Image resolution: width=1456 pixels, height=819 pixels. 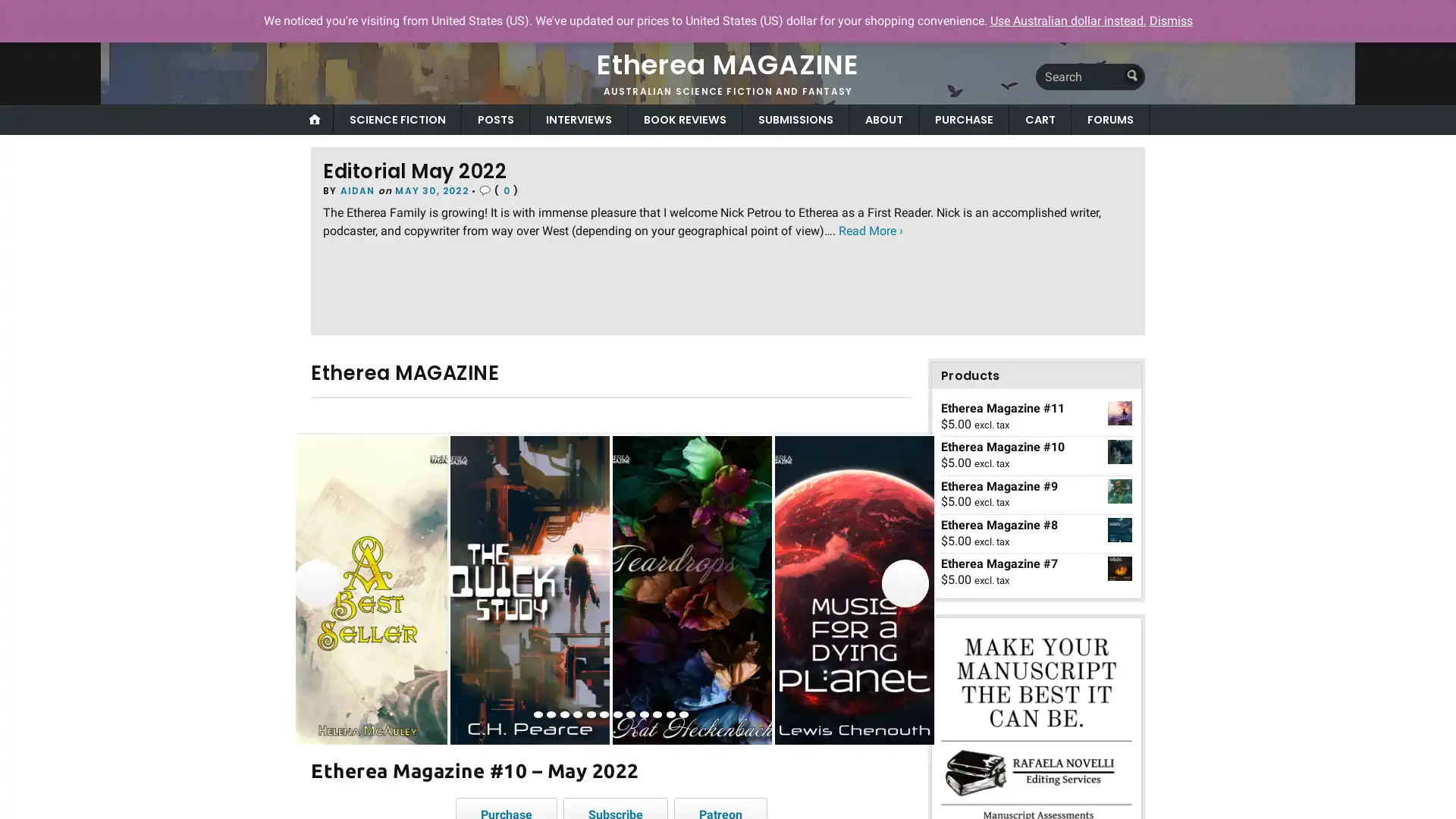 I want to click on Submit, so click(x=1132, y=76).